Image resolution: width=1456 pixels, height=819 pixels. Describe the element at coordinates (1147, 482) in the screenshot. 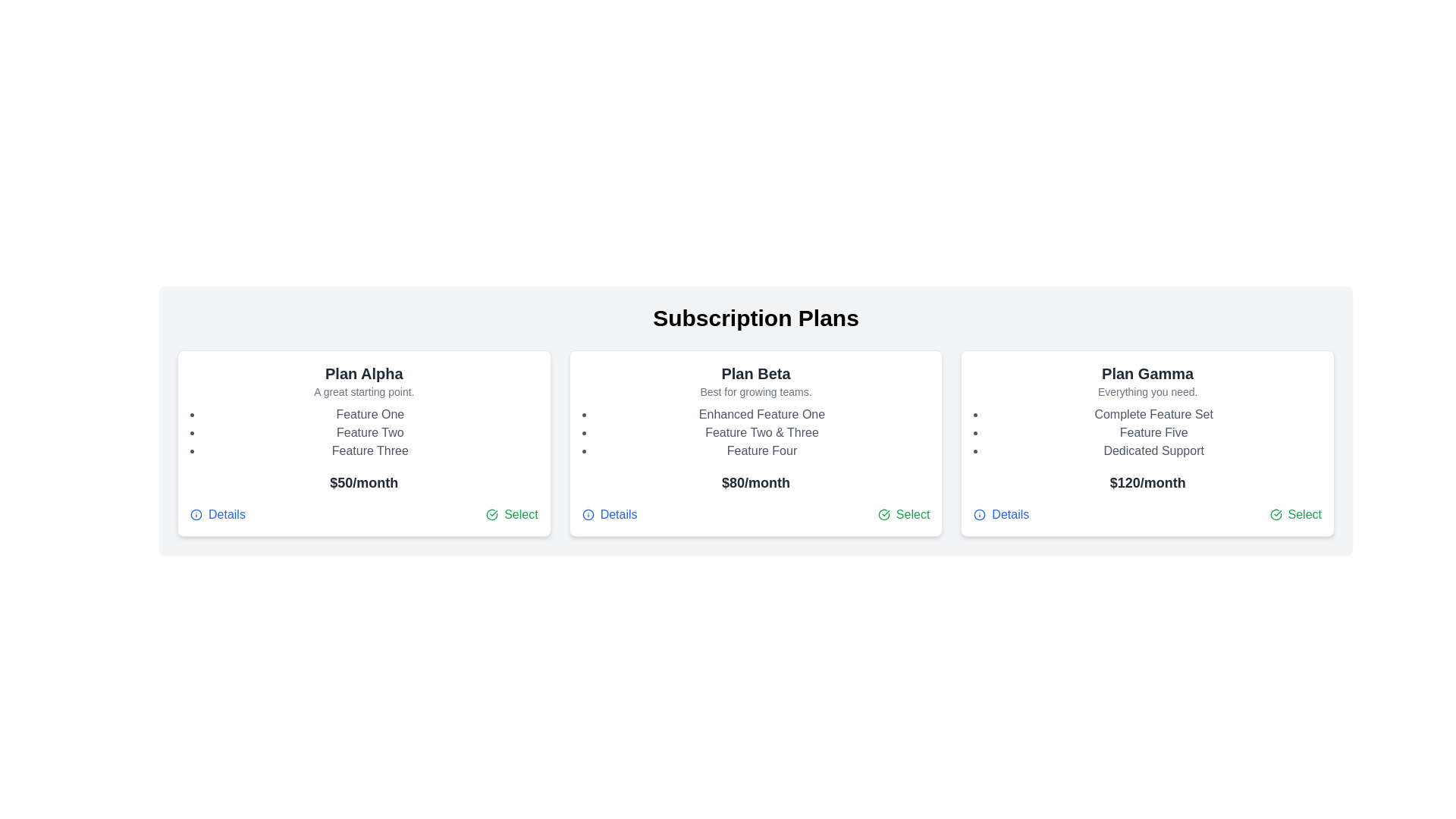

I see `the Text Label that communicates the monthly cost of the subscription plan located in the third subscription card titled 'Plan Gamma', which is positioned underneath the feature list and above the action links` at that location.